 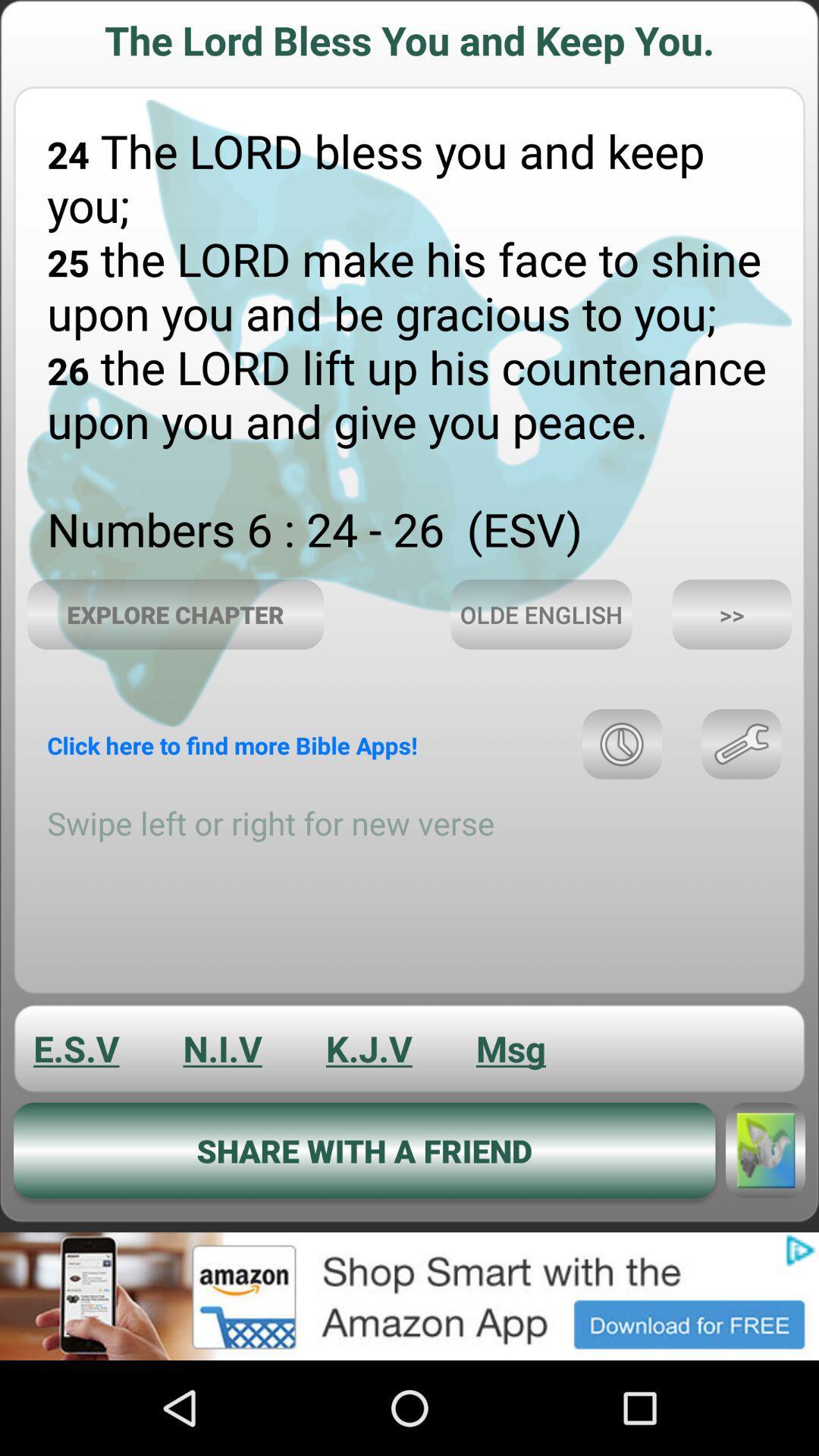 I want to click on the build icon, so click(x=741, y=795).